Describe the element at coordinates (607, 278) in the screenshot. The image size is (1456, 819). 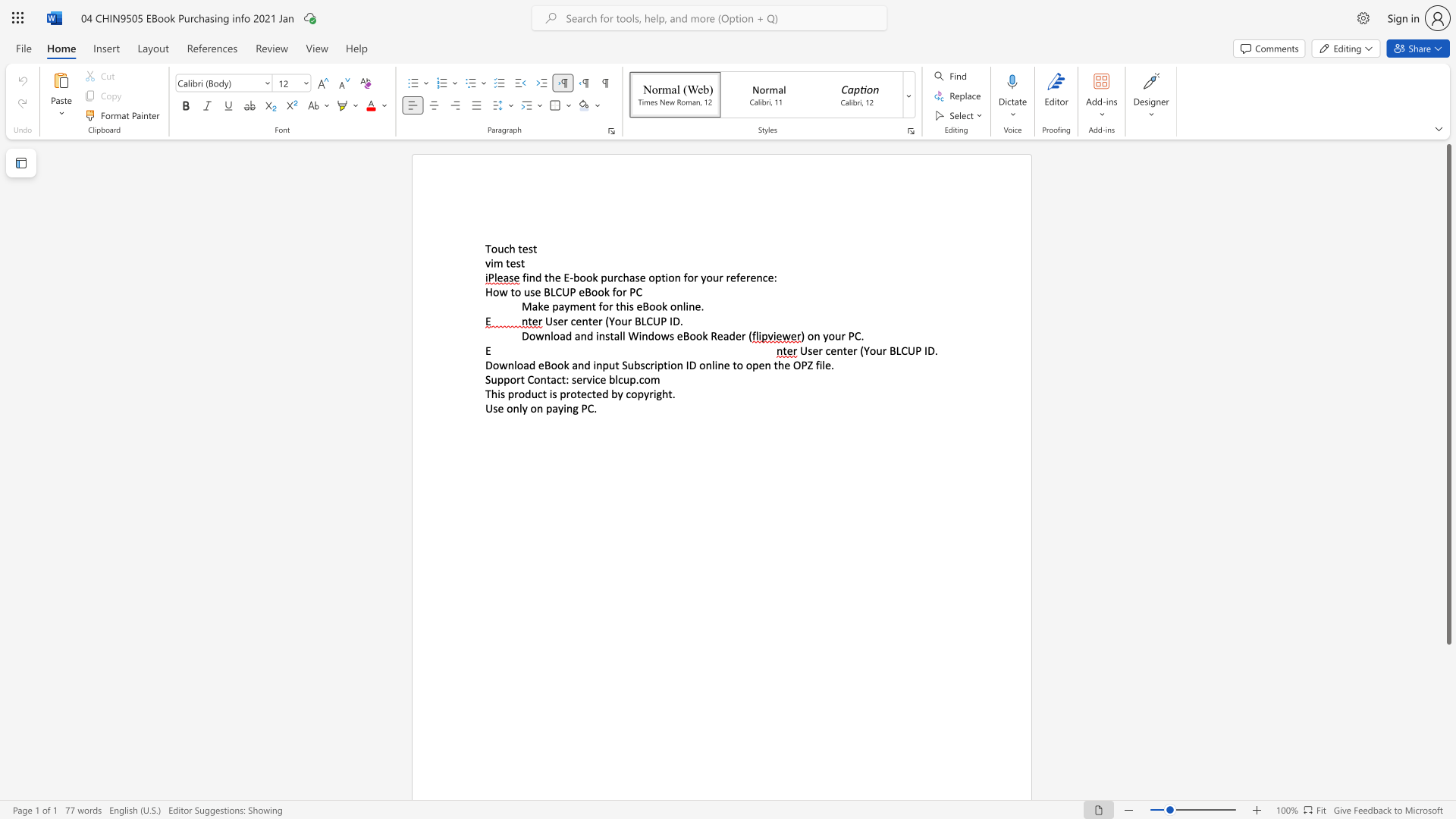
I see `the subset text "urchase" within the text "find the E-book purchase"` at that location.